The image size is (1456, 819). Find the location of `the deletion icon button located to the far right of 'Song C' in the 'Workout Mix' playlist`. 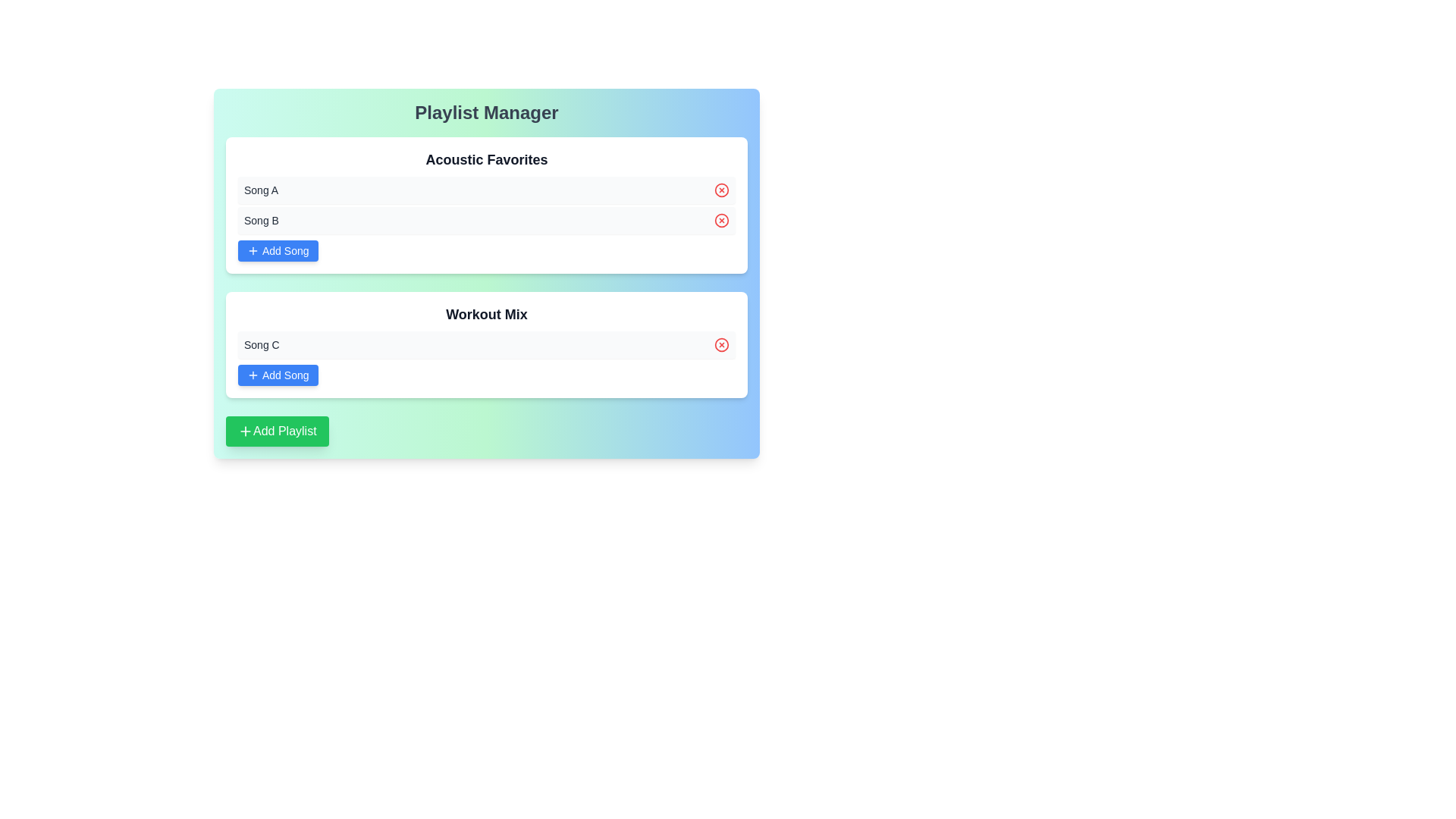

the deletion icon button located to the far right of 'Song C' in the 'Workout Mix' playlist is located at coordinates (720, 345).